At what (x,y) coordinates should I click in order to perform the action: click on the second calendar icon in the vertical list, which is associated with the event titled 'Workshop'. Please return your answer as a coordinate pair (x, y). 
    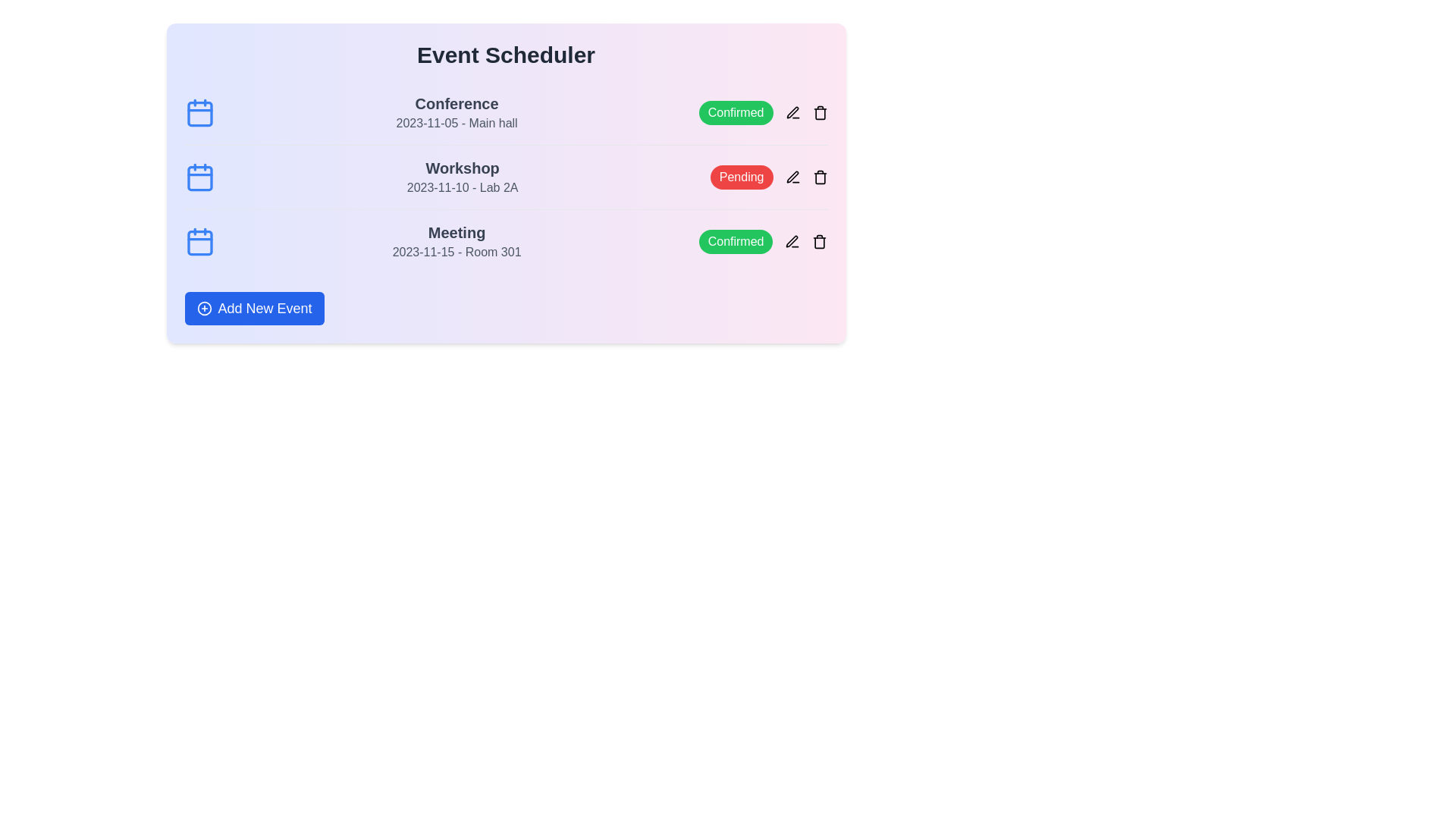
    Looking at the image, I should click on (199, 177).